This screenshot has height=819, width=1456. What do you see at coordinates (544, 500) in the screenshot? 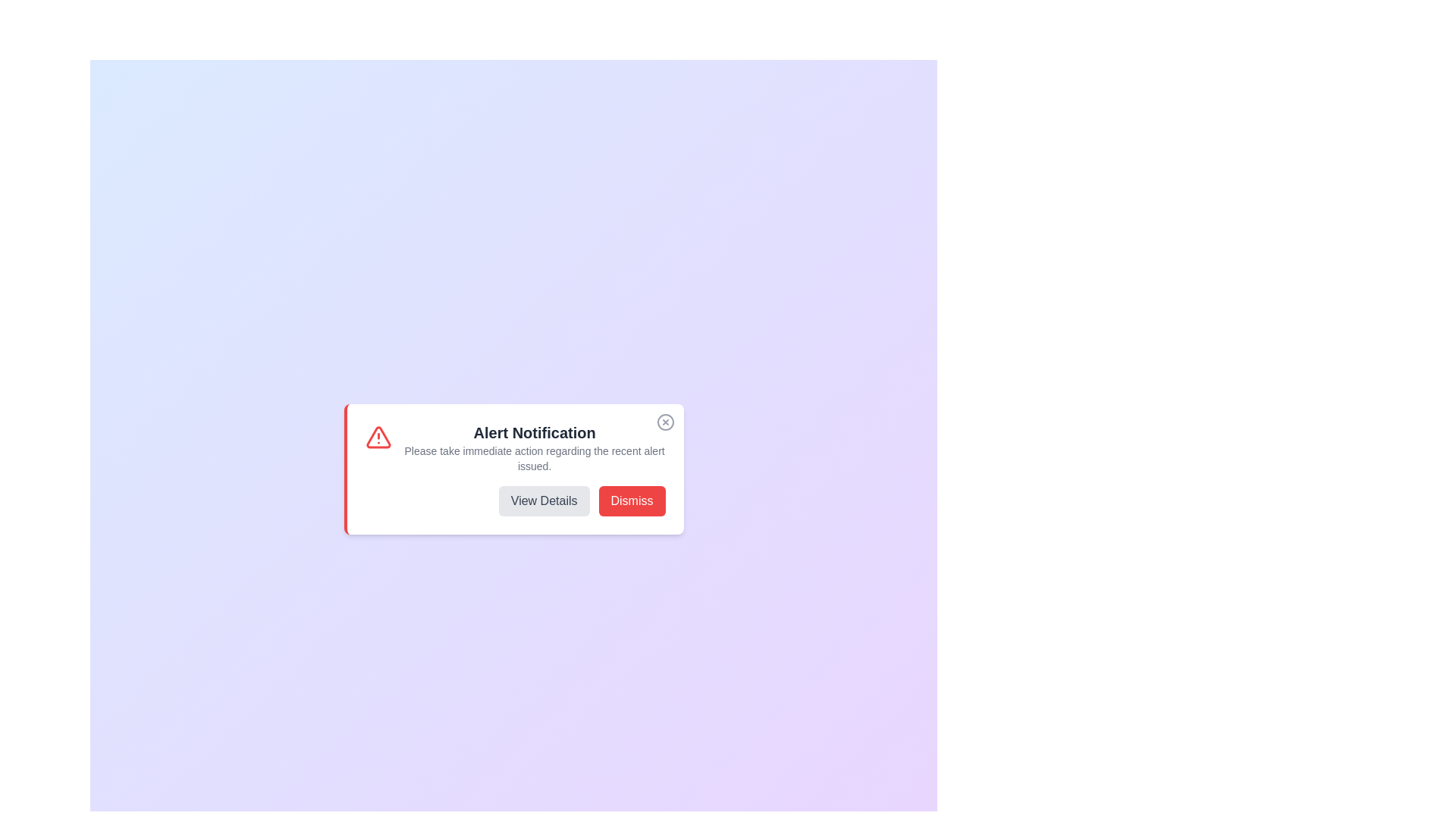
I see `'View Details' button` at bounding box center [544, 500].